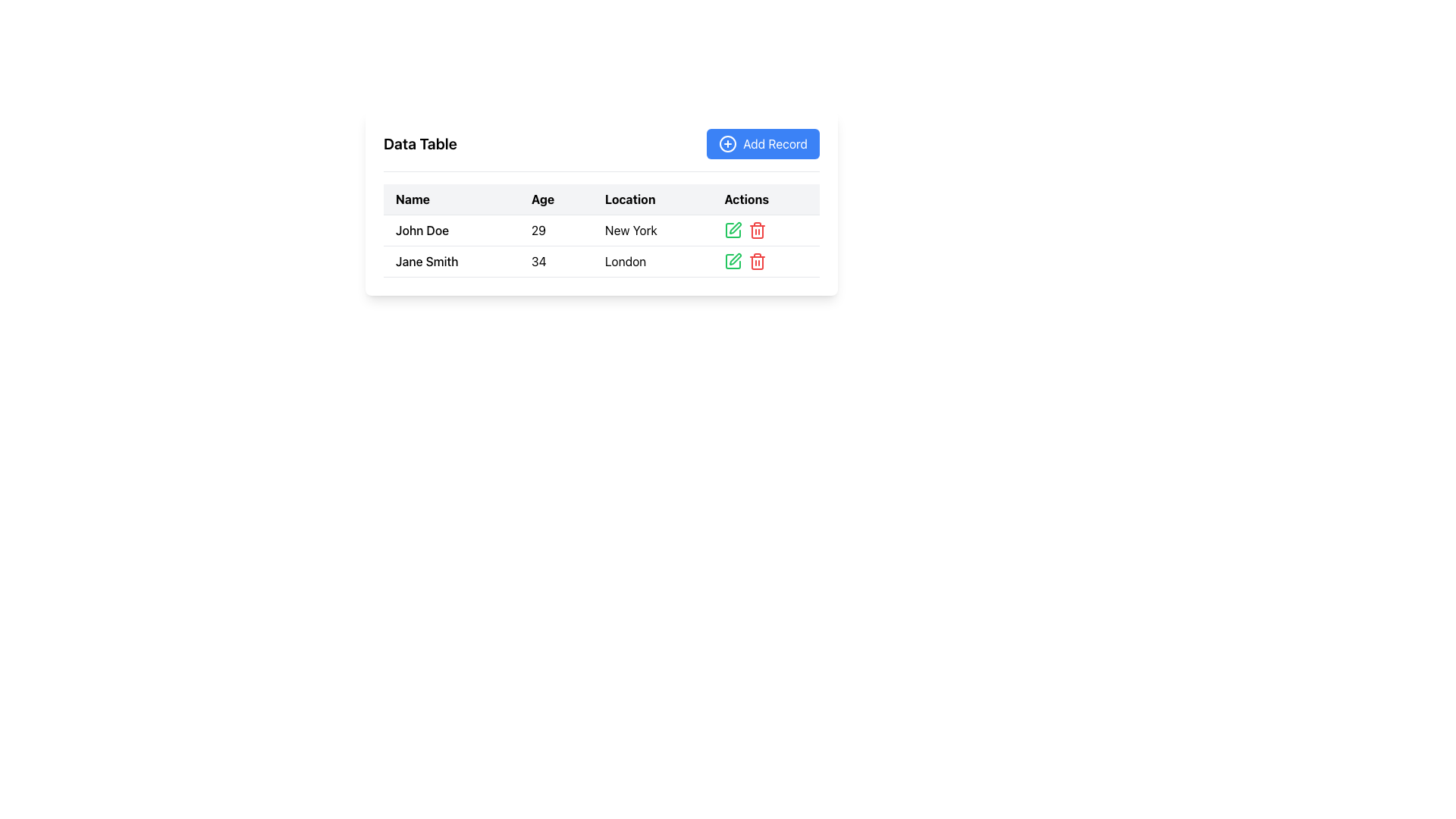  I want to click on the pair of icon buttons consisting of a green pencil and a red trash can located in the last column of the second row of the table under the 'Actions' column, which corresponds to 'Jane Smith', so click(766, 260).